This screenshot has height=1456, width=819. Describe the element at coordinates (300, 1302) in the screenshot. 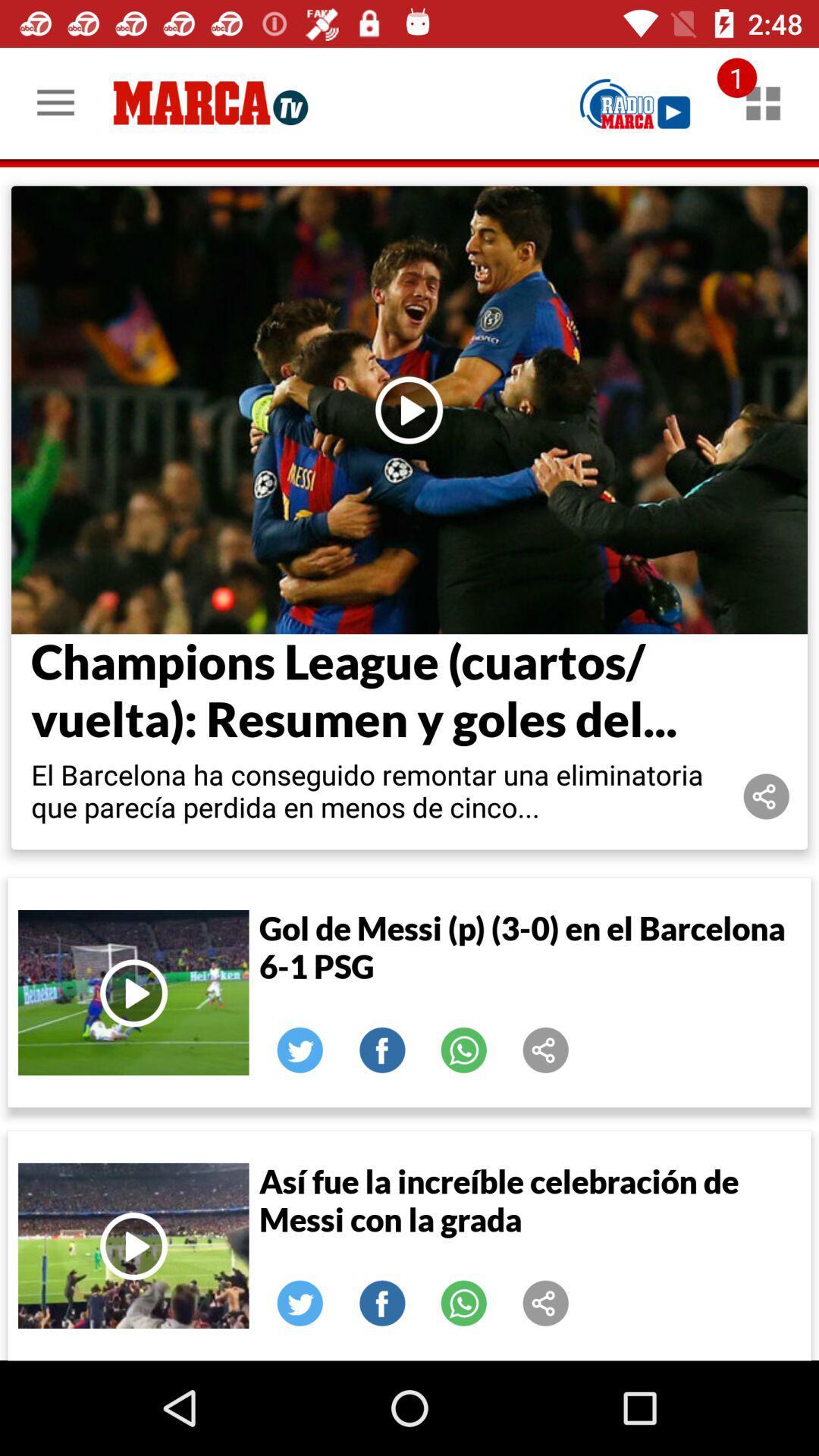

I see `share the article` at that location.